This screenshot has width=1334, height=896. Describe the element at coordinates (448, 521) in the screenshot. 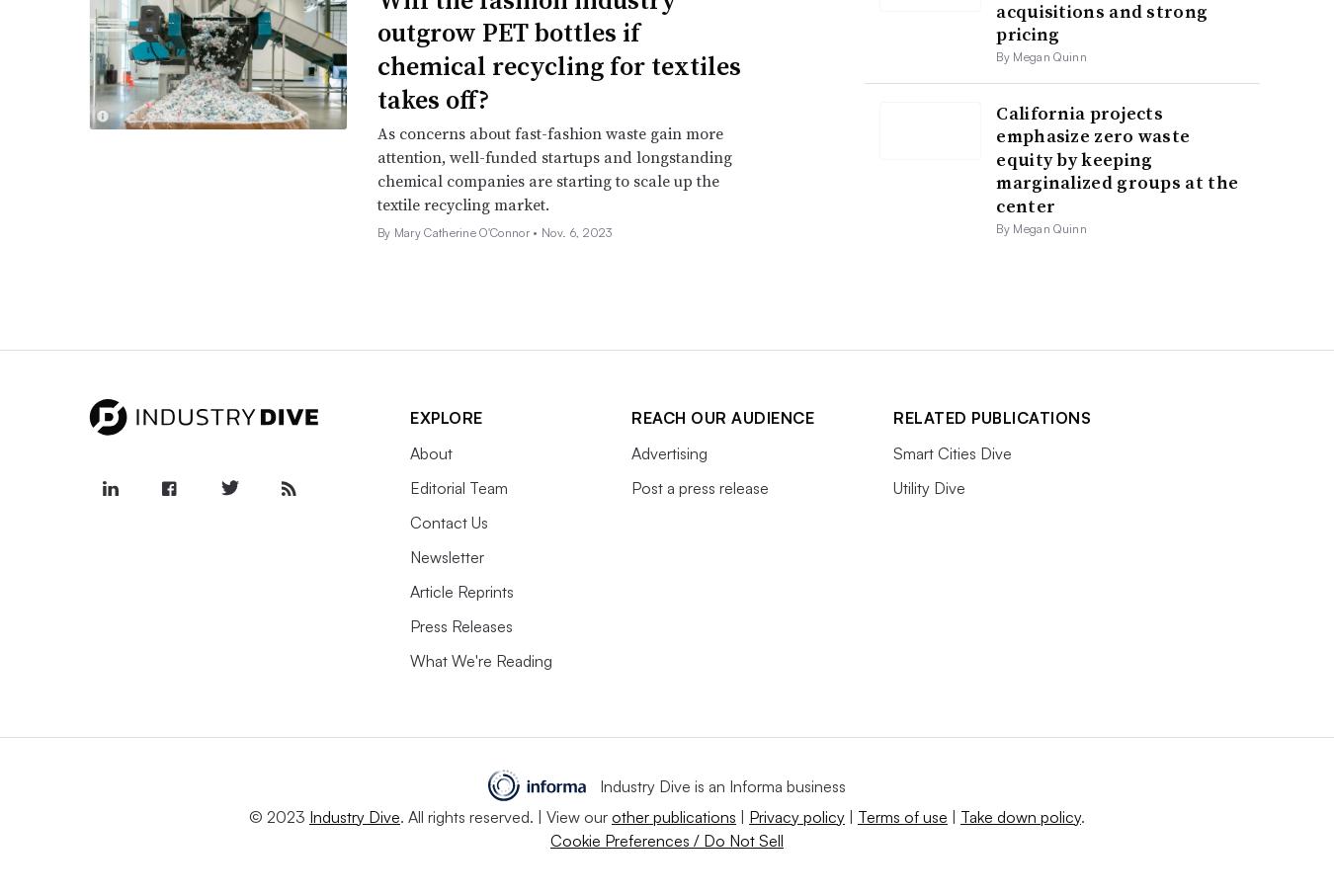

I see `'Contact Us'` at that location.